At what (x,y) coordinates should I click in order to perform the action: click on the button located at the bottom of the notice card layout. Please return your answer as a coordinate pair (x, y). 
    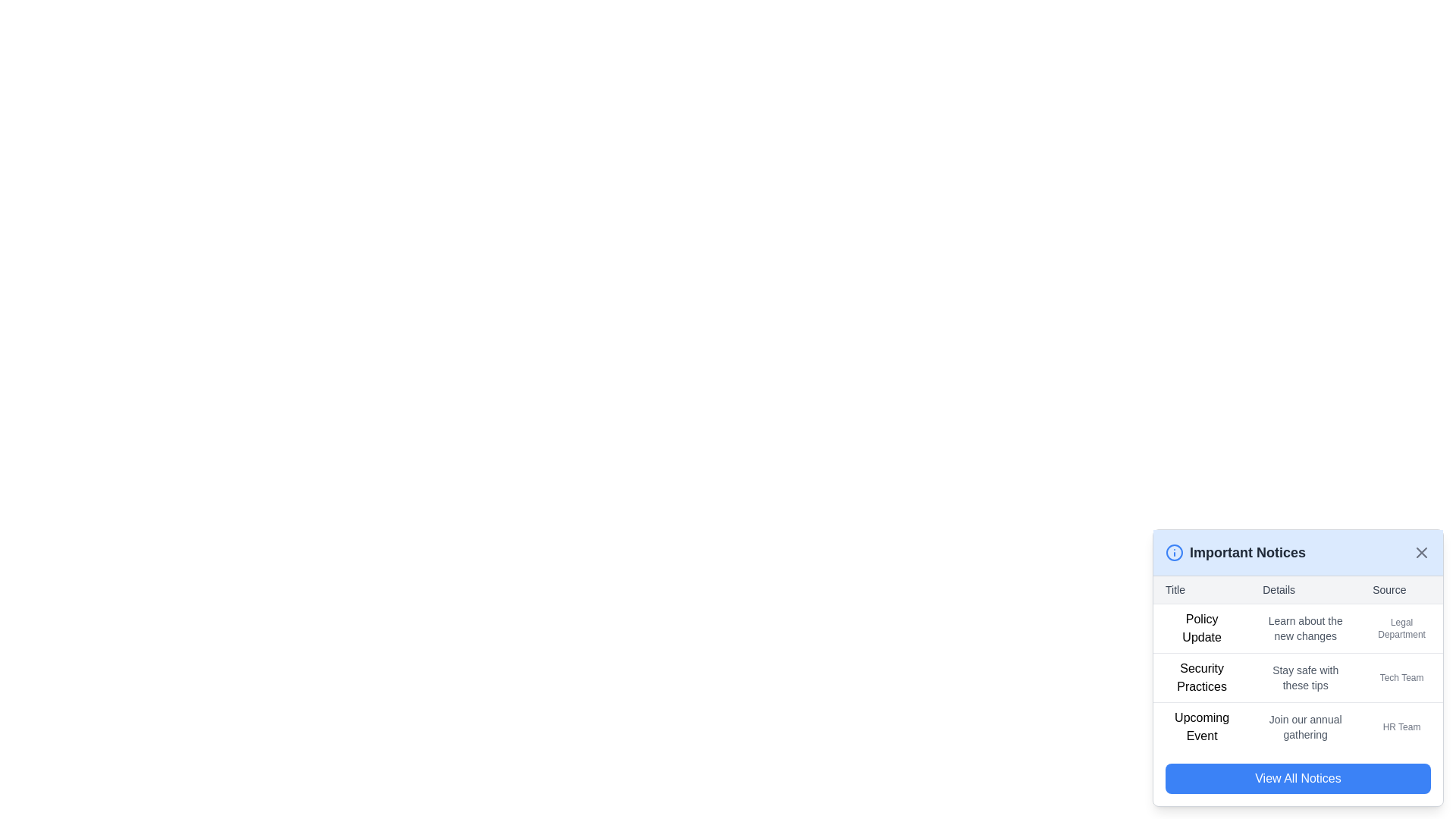
    Looking at the image, I should click on (1298, 778).